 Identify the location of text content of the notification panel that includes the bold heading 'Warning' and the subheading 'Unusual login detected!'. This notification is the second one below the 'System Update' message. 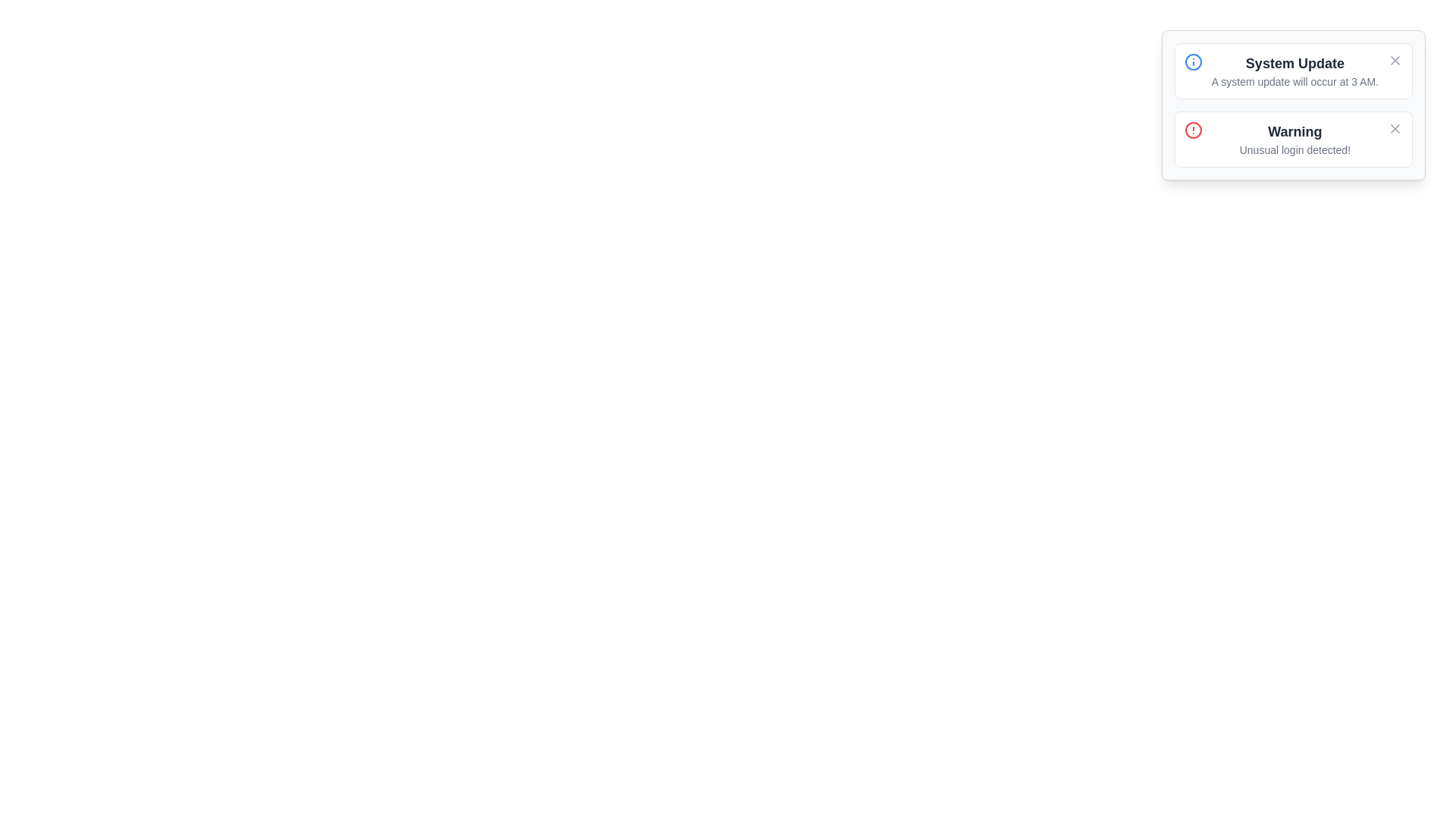
(1294, 140).